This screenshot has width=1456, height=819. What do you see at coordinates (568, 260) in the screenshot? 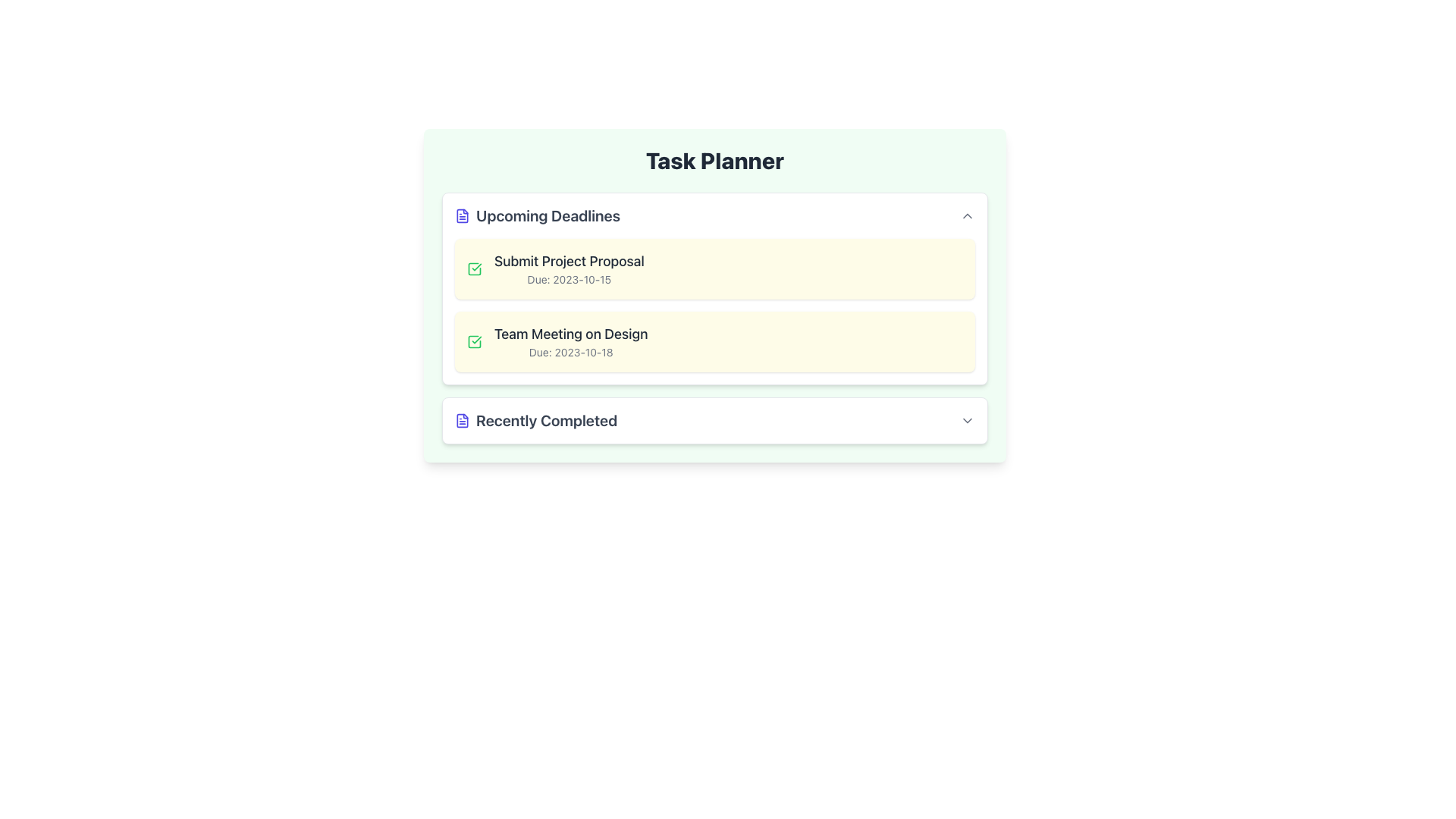
I see `the text label that identifies and highlights a specific task or project, located above the text 'Due: 2023-10-15' under the 'Upcoming Deadlines' section` at bounding box center [568, 260].